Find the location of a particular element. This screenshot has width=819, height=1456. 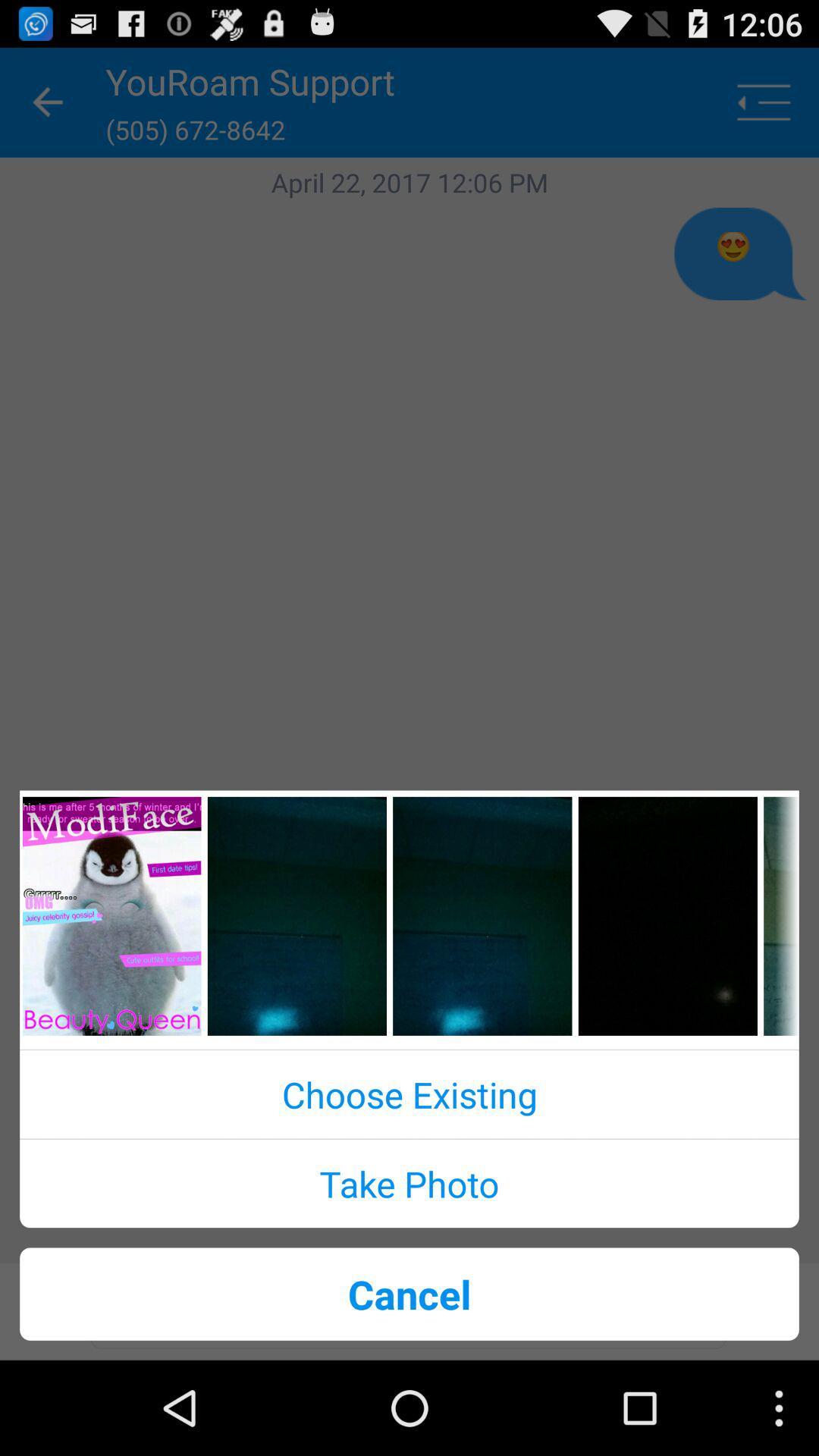

open photo is located at coordinates (482, 915).